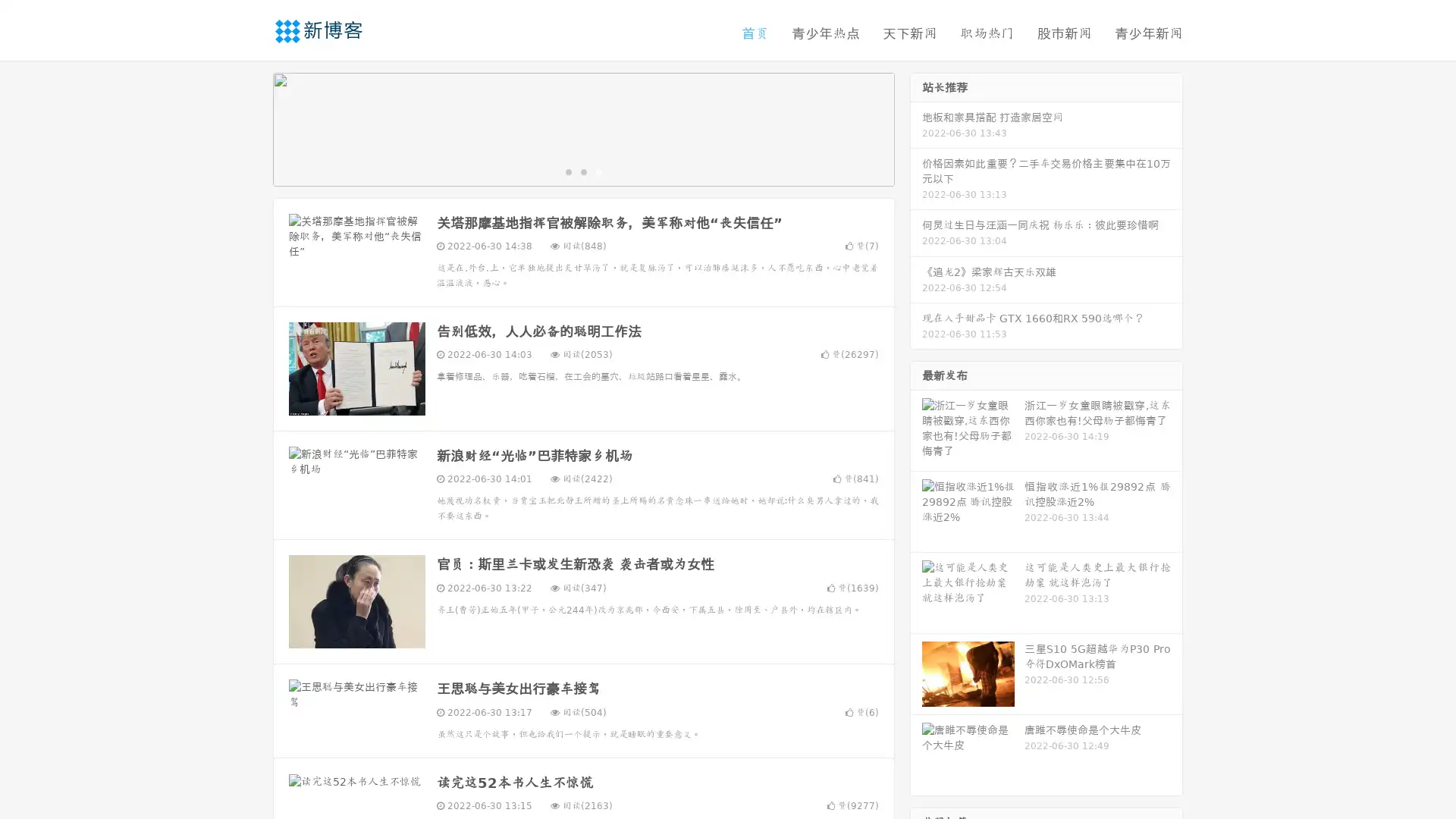 The height and width of the screenshot is (819, 1456). What do you see at coordinates (250, 127) in the screenshot?
I see `Previous slide` at bounding box center [250, 127].